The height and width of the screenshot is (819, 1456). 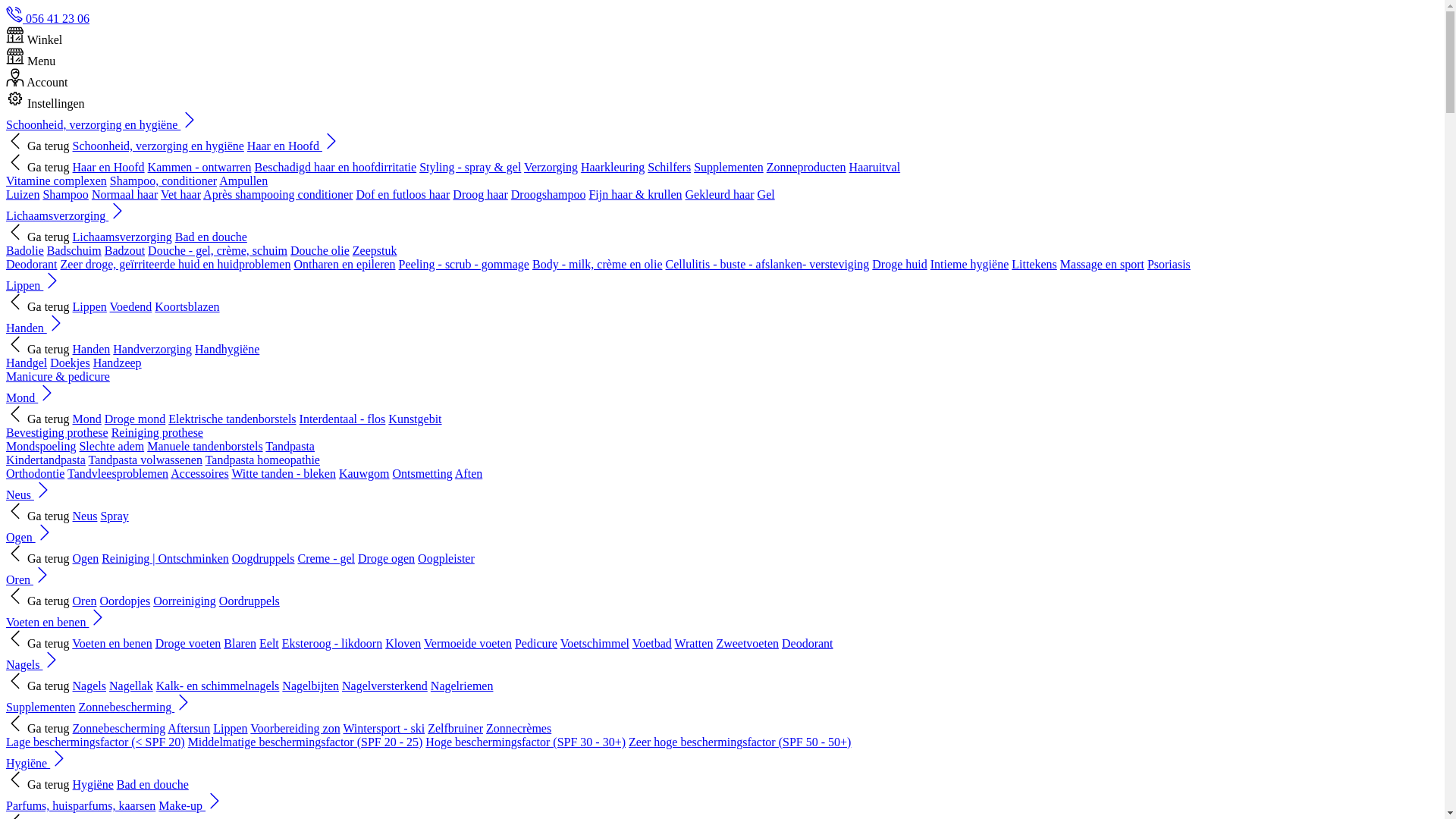 What do you see at coordinates (80, 805) in the screenshot?
I see `'Parfums, huisparfums, kaarsen'` at bounding box center [80, 805].